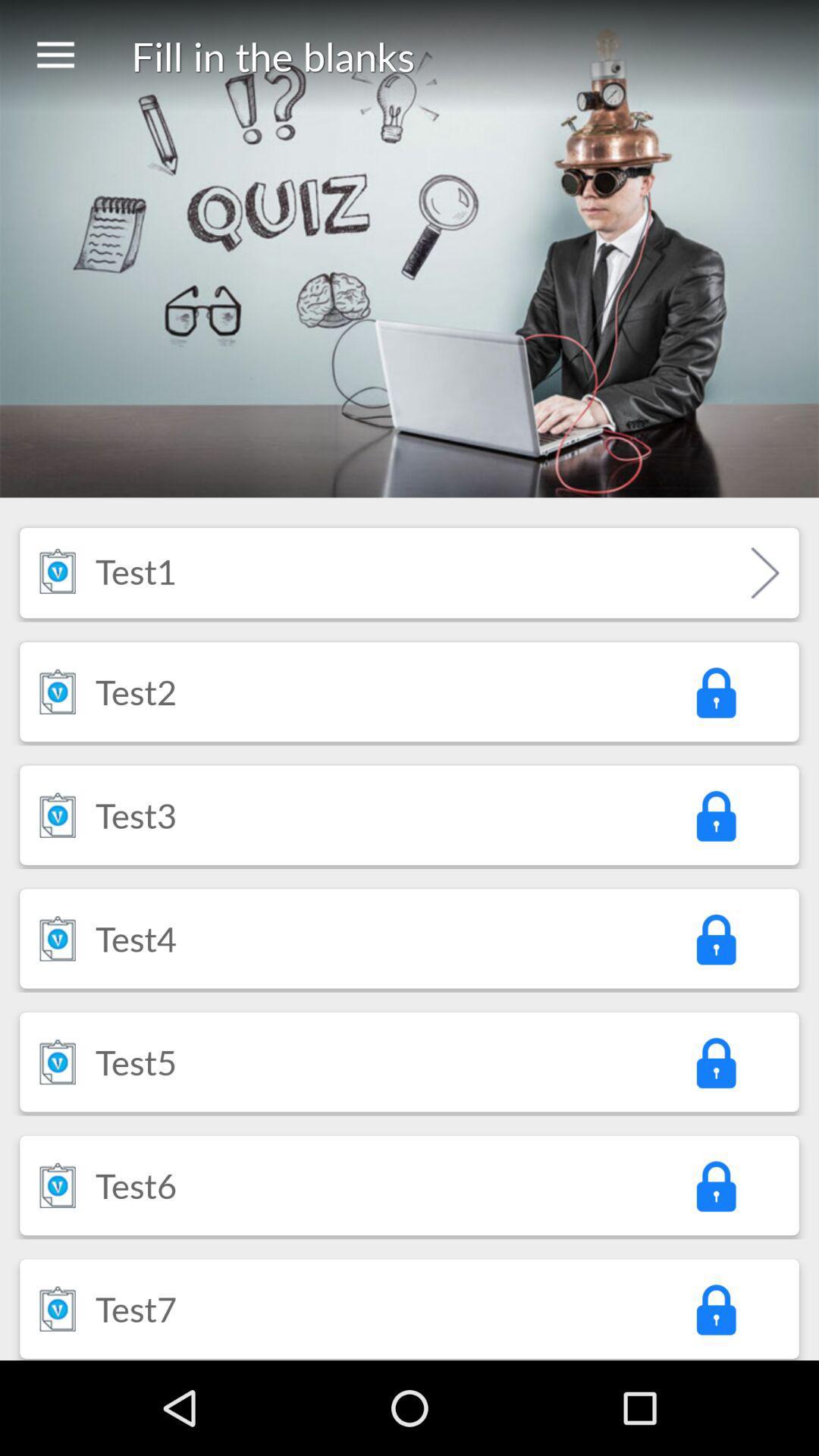 The width and height of the screenshot is (819, 1456). Describe the element at coordinates (135, 937) in the screenshot. I see `the test4` at that location.